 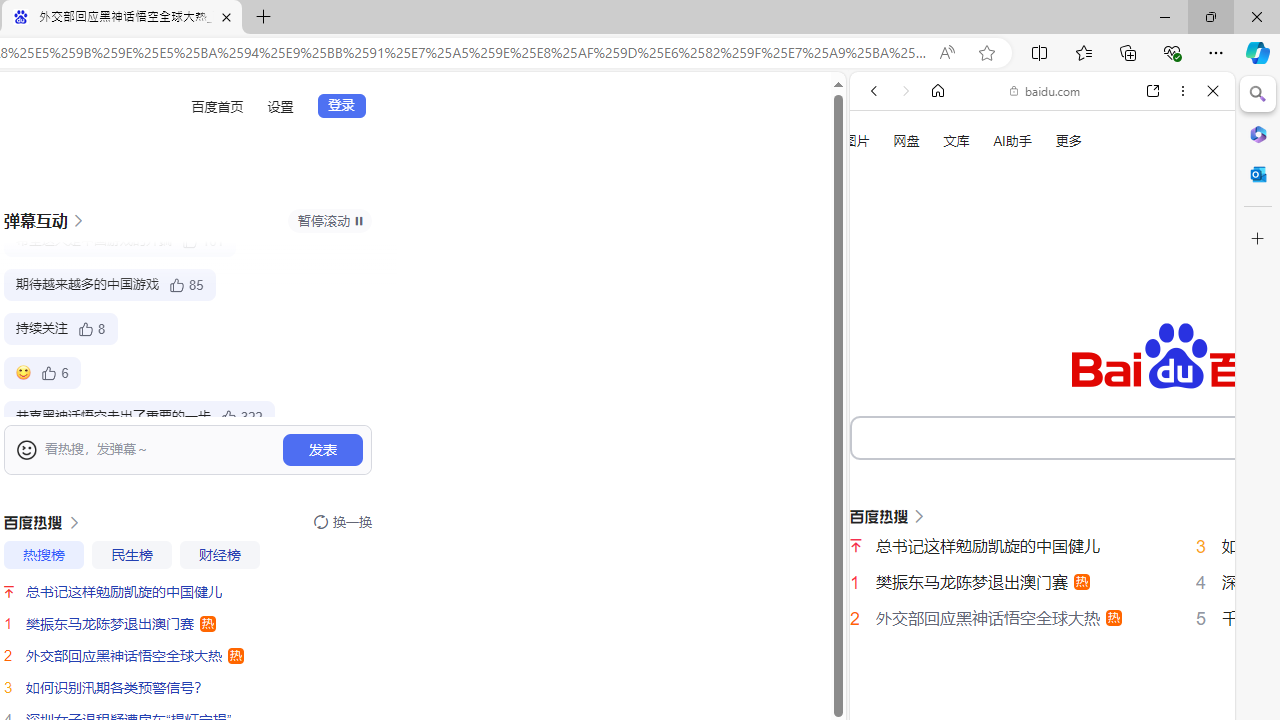 What do you see at coordinates (1040, 51) in the screenshot?
I see `'Split screen'` at bounding box center [1040, 51].